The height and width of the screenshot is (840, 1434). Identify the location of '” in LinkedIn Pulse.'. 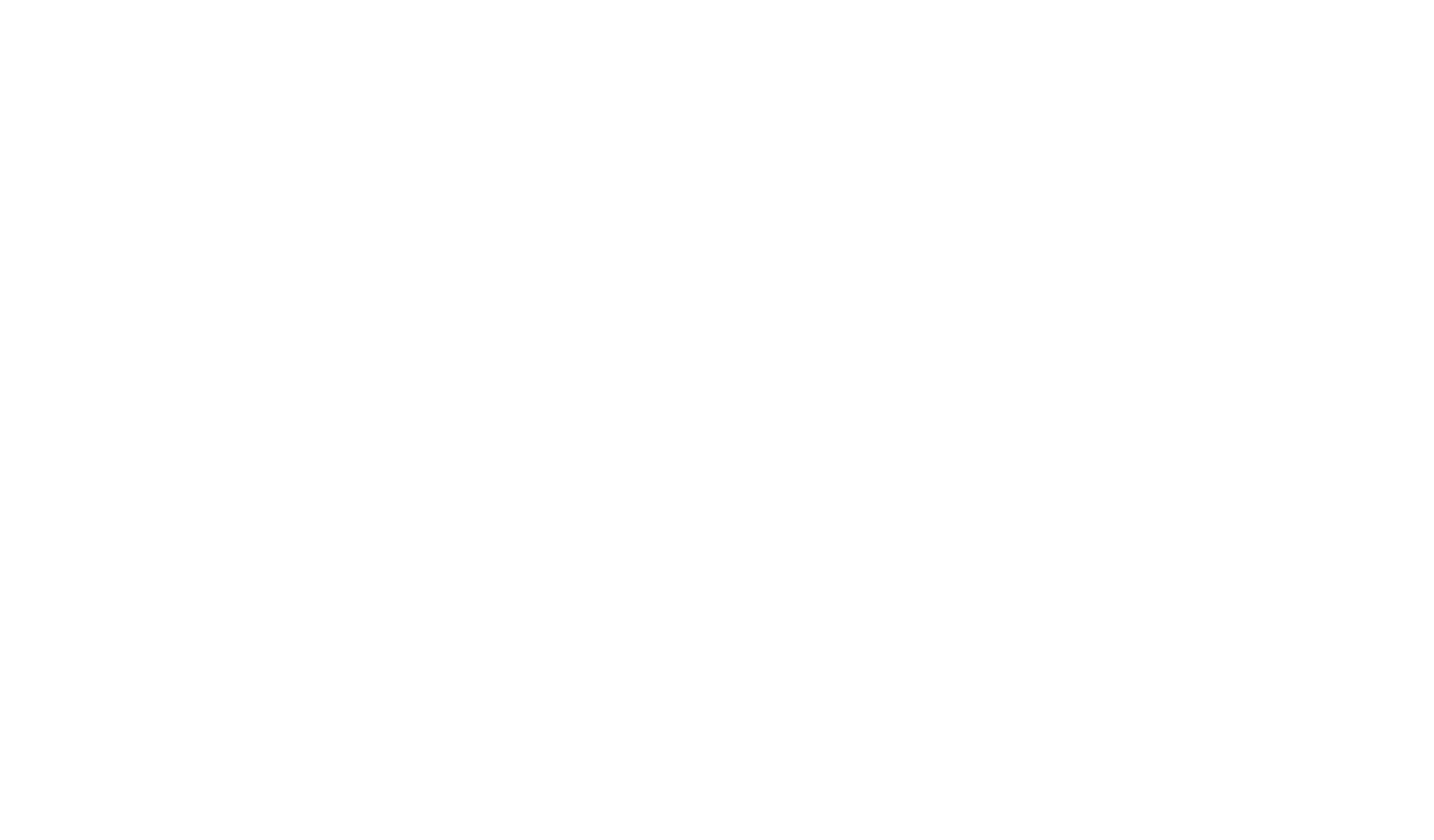
(341, 812).